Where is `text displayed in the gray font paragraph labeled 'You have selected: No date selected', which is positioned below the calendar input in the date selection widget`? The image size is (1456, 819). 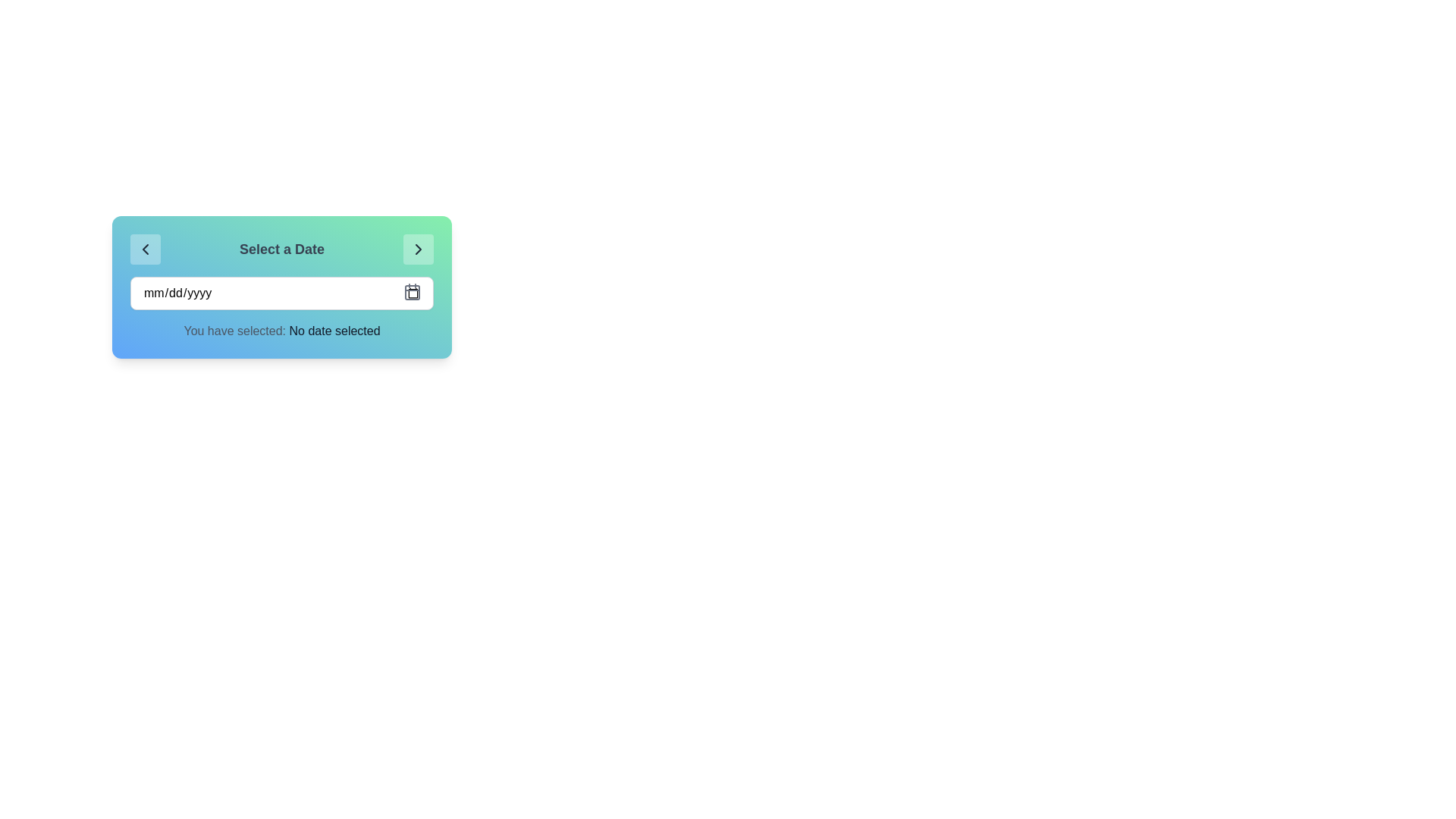
text displayed in the gray font paragraph labeled 'You have selected: No date selected', which is positioned below the calendar input in the date selection widget is located at coordinates (282, 330).